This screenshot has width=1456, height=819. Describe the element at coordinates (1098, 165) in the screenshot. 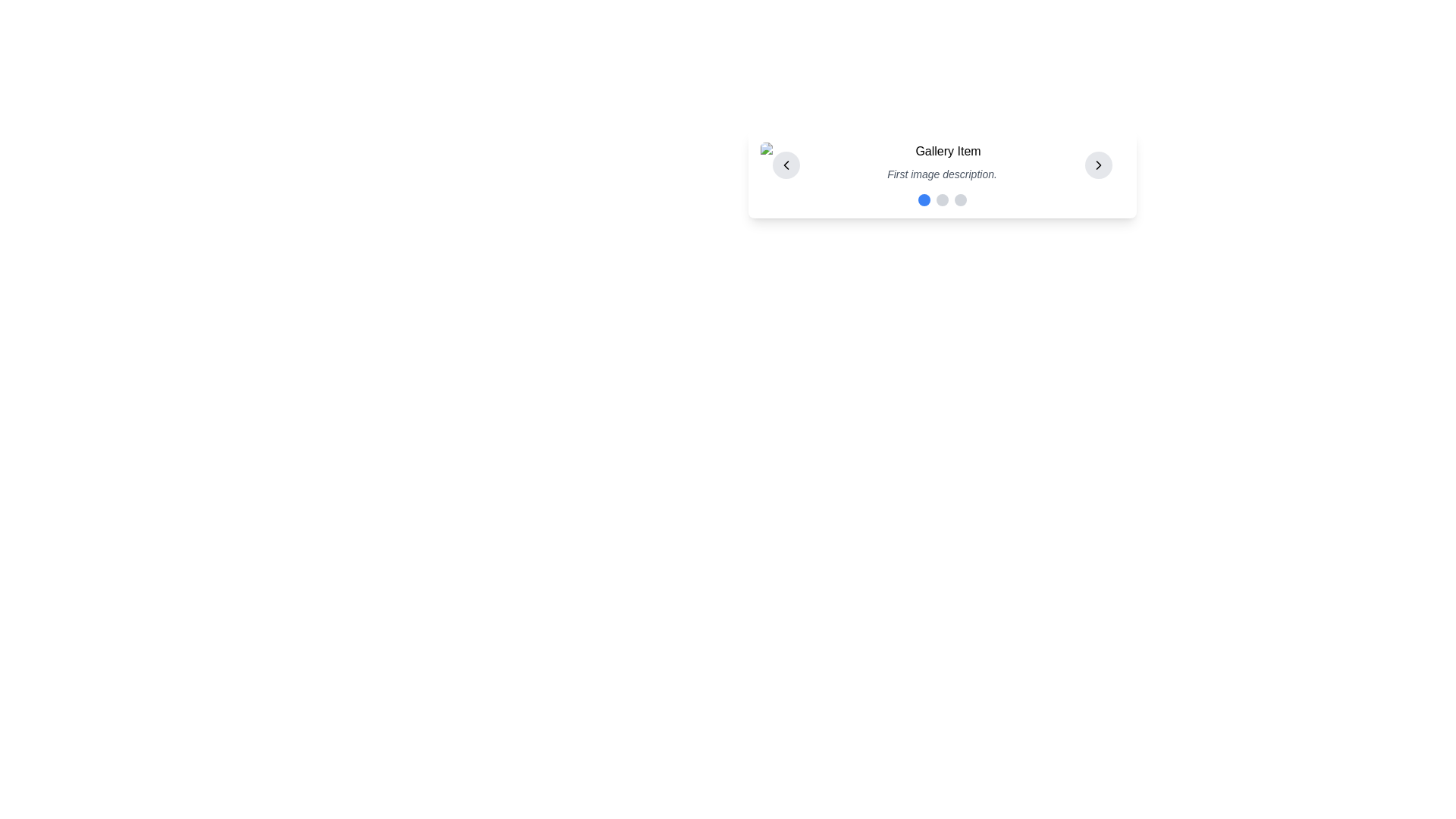

I see `the right-pointing chevron arrow icon inside the circular button with a light gray background located in the top-right corner of the card interface` at that location.